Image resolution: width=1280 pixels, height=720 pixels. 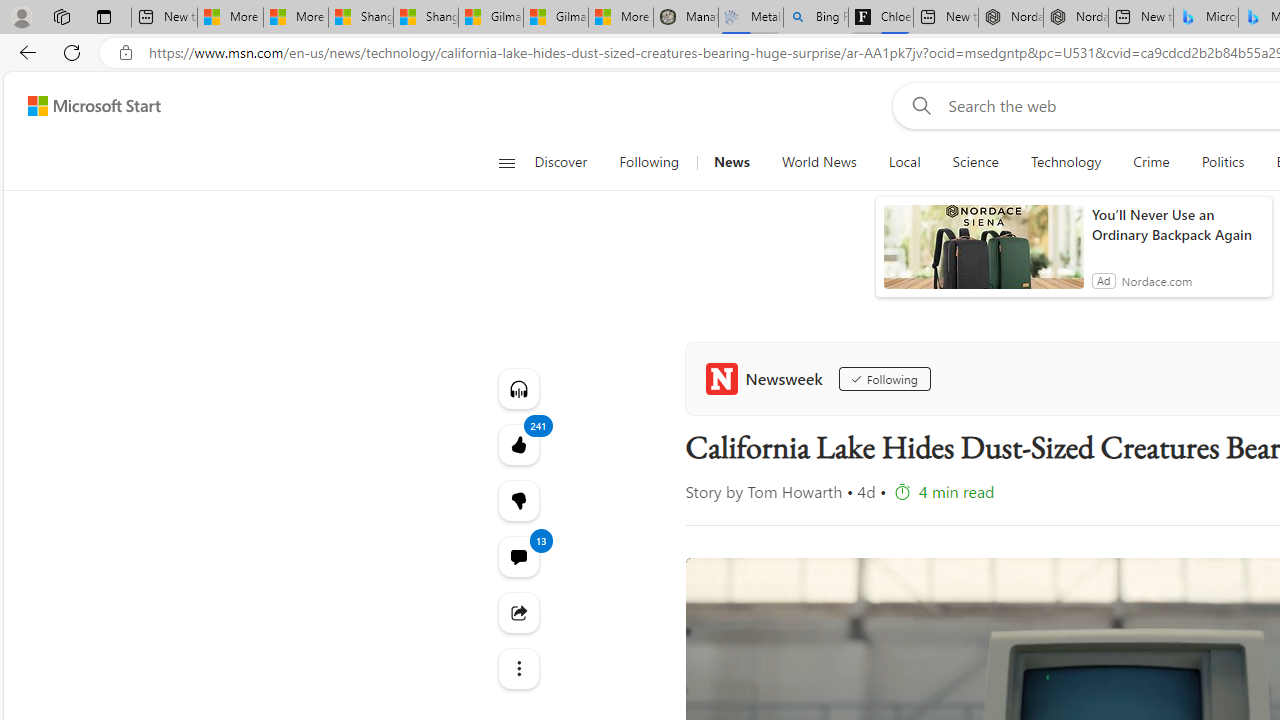 What do you see at coordinates (767, 379) in the screenshot?
I see `'Newsweek'` at bounding box center [767, 379].